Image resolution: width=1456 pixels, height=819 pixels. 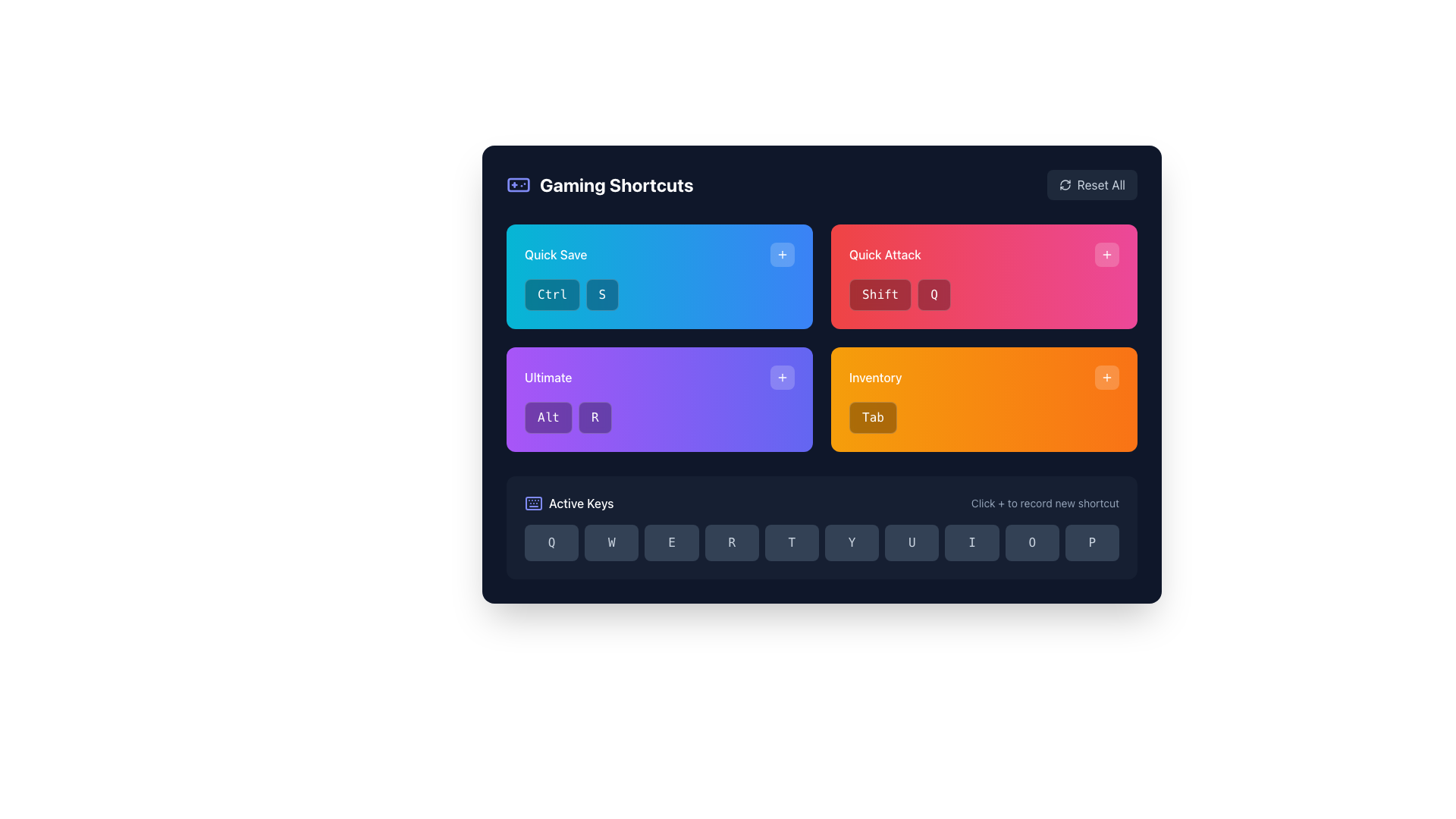 What do you see at coordinates (934, 295) in the screenshot?
I see `the small rectangular button labeled 'Q' with a rounded appearance, located in the 'Quick Attack' shortcut panel, to the right of the 'Shift' button` at bounding box center [934, 295].